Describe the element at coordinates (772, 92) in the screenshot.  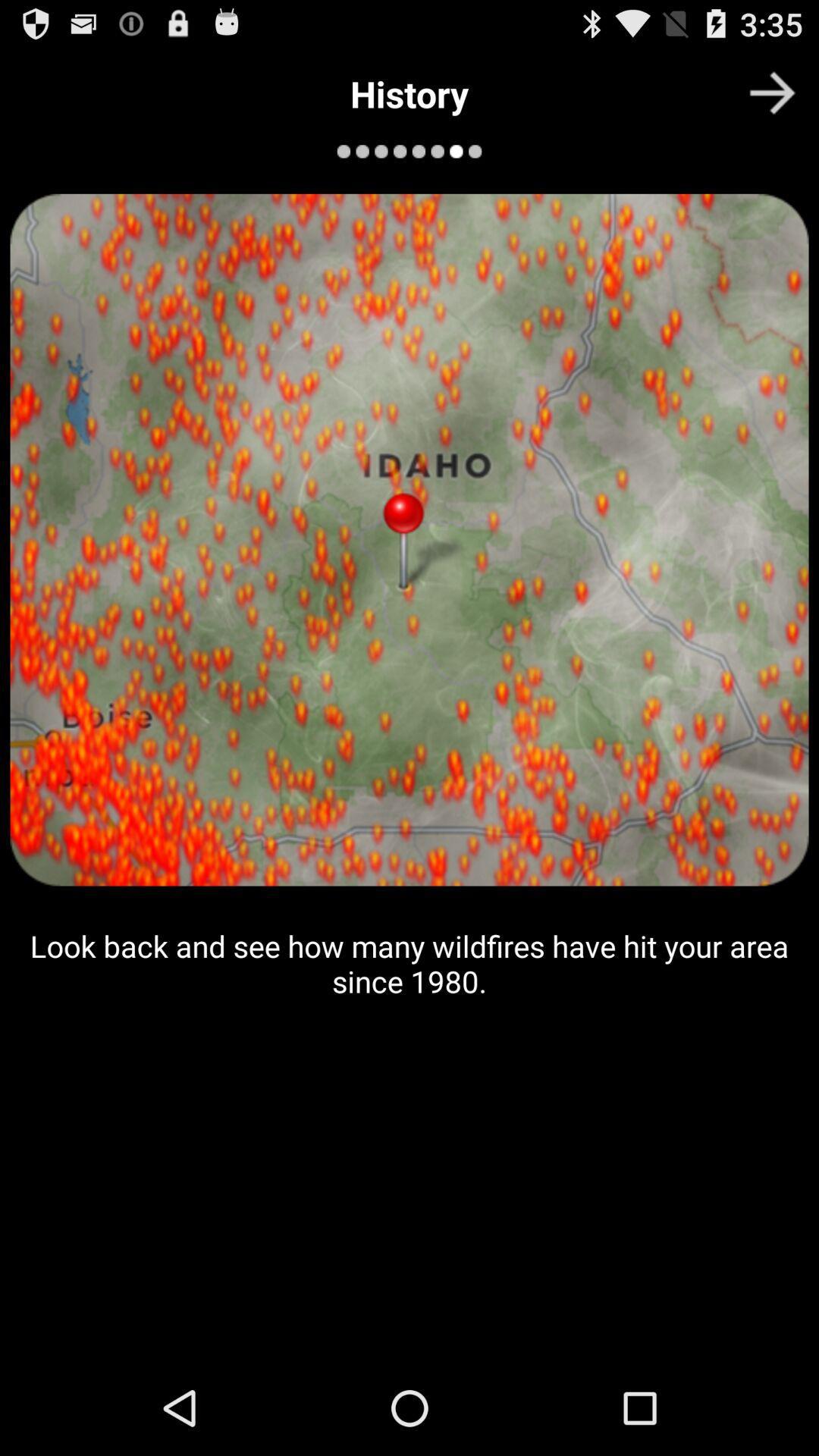
I see `the item at the top right corner` at that location.